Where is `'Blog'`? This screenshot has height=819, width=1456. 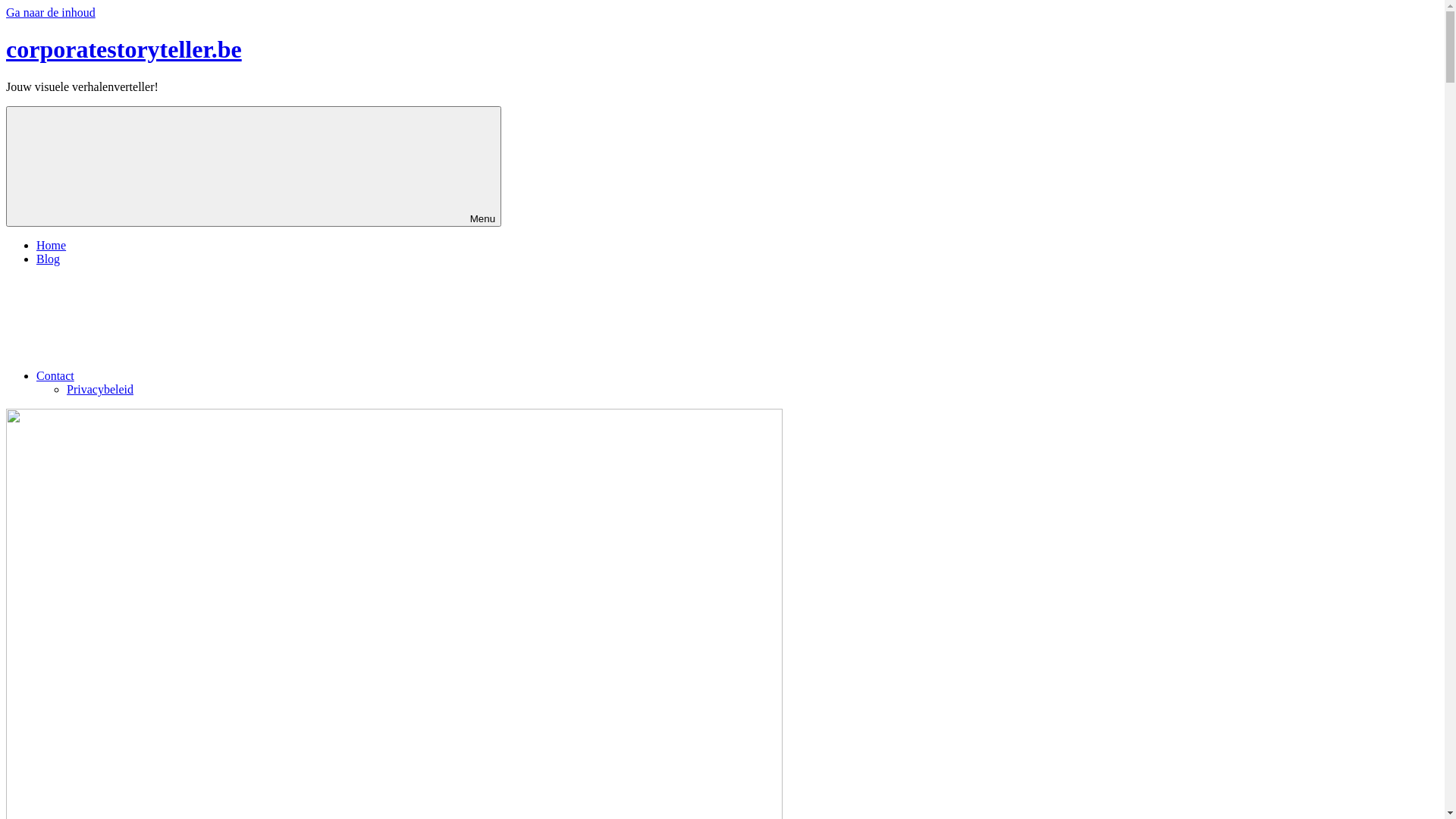
'Blog' is located at coordinates (48, 258).